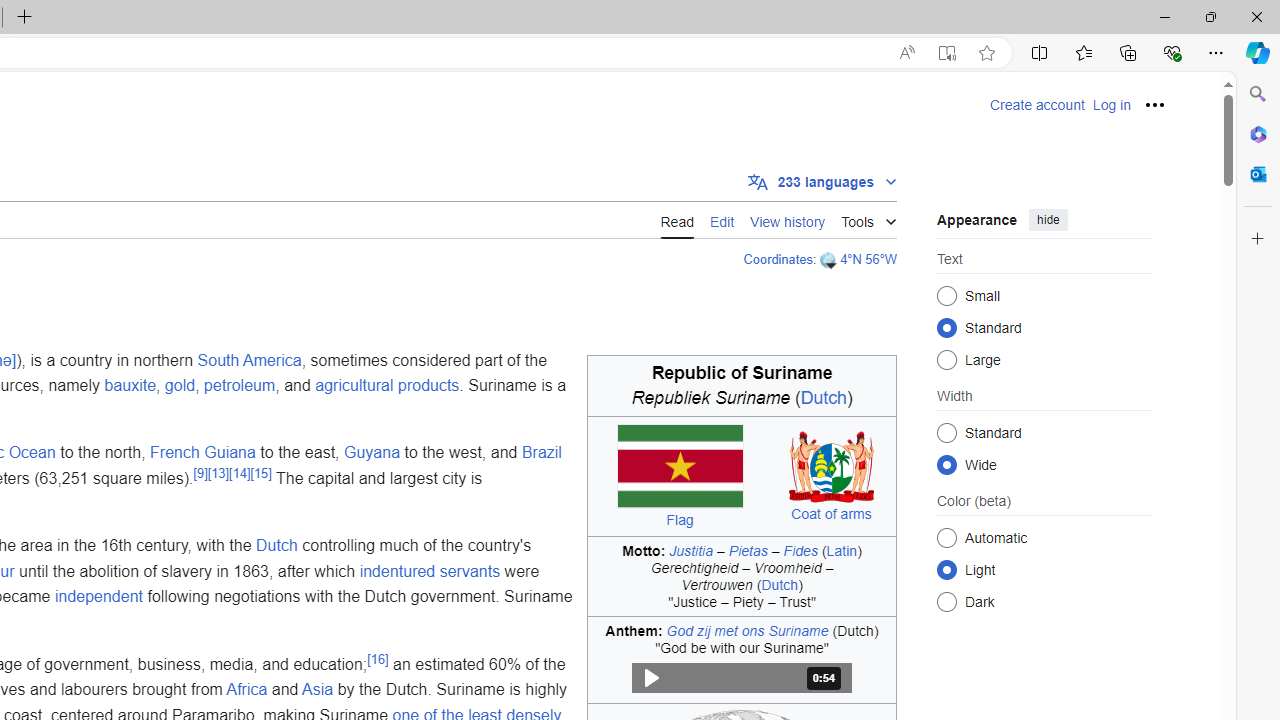 The height and width of the screenshot is (720, 1280). I want to click on 'gold', so click(179, 386).